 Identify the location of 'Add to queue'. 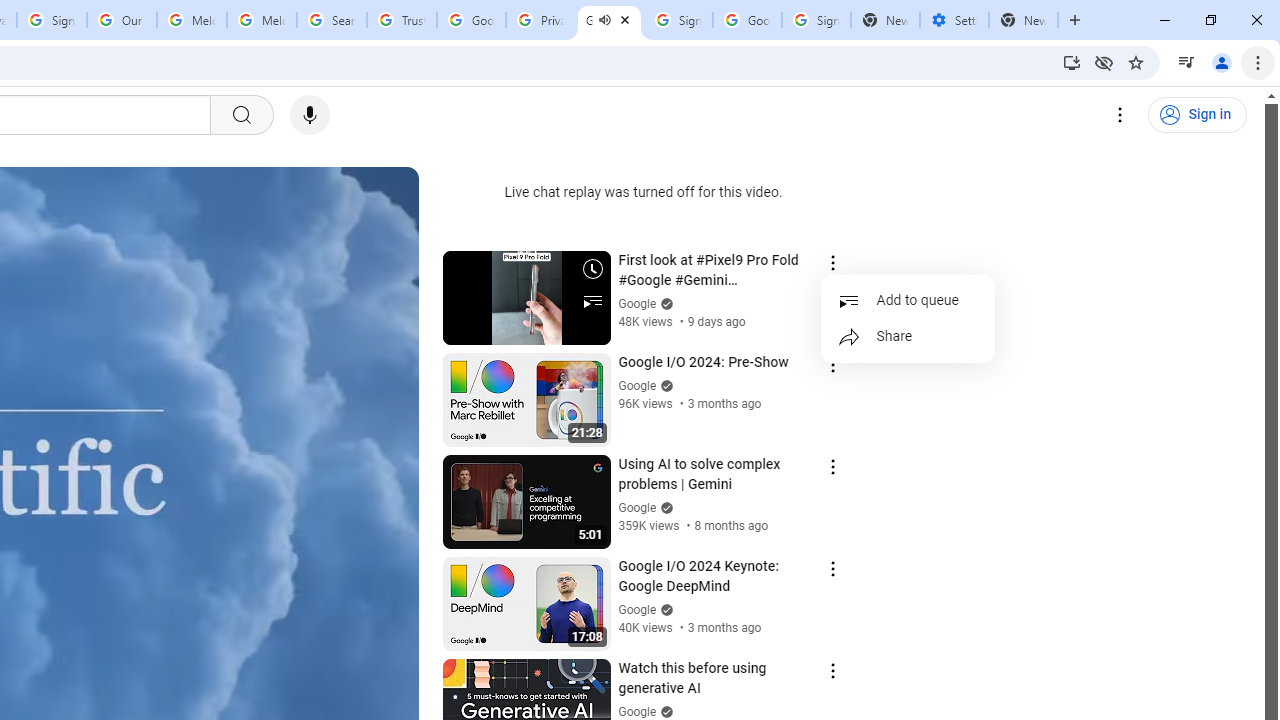
(907, 300).